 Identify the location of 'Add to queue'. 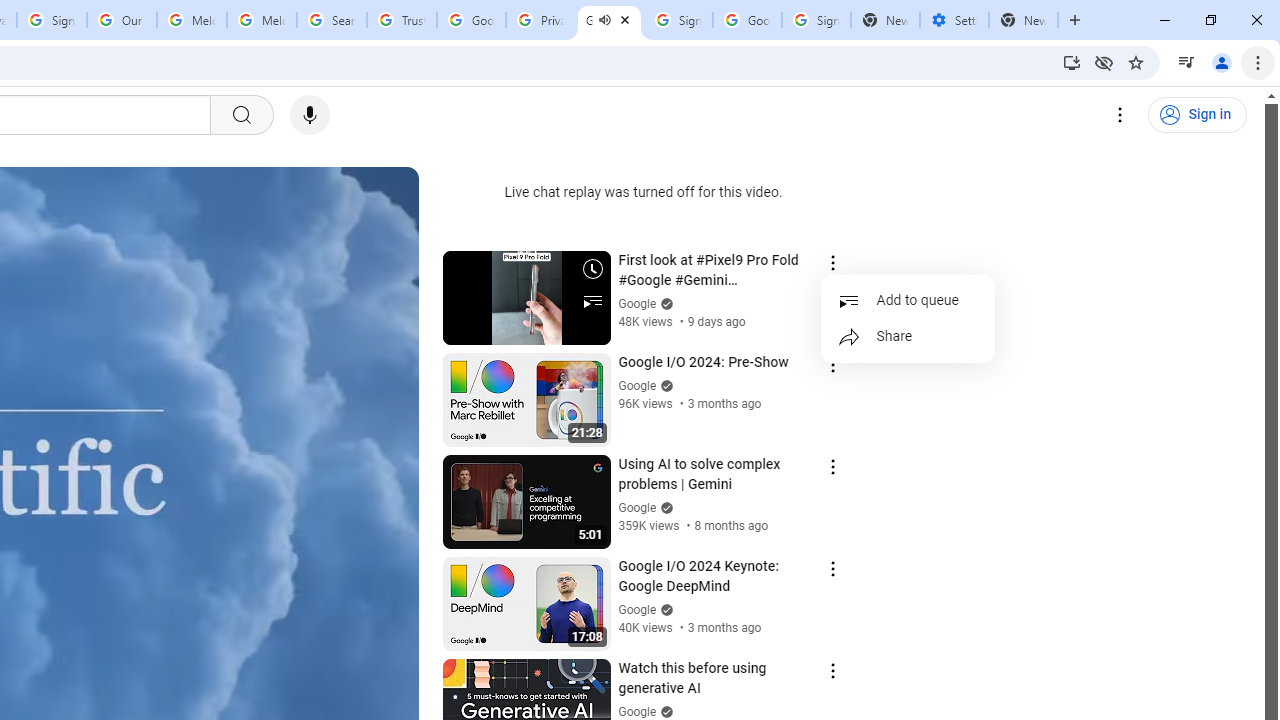
(907, 300).